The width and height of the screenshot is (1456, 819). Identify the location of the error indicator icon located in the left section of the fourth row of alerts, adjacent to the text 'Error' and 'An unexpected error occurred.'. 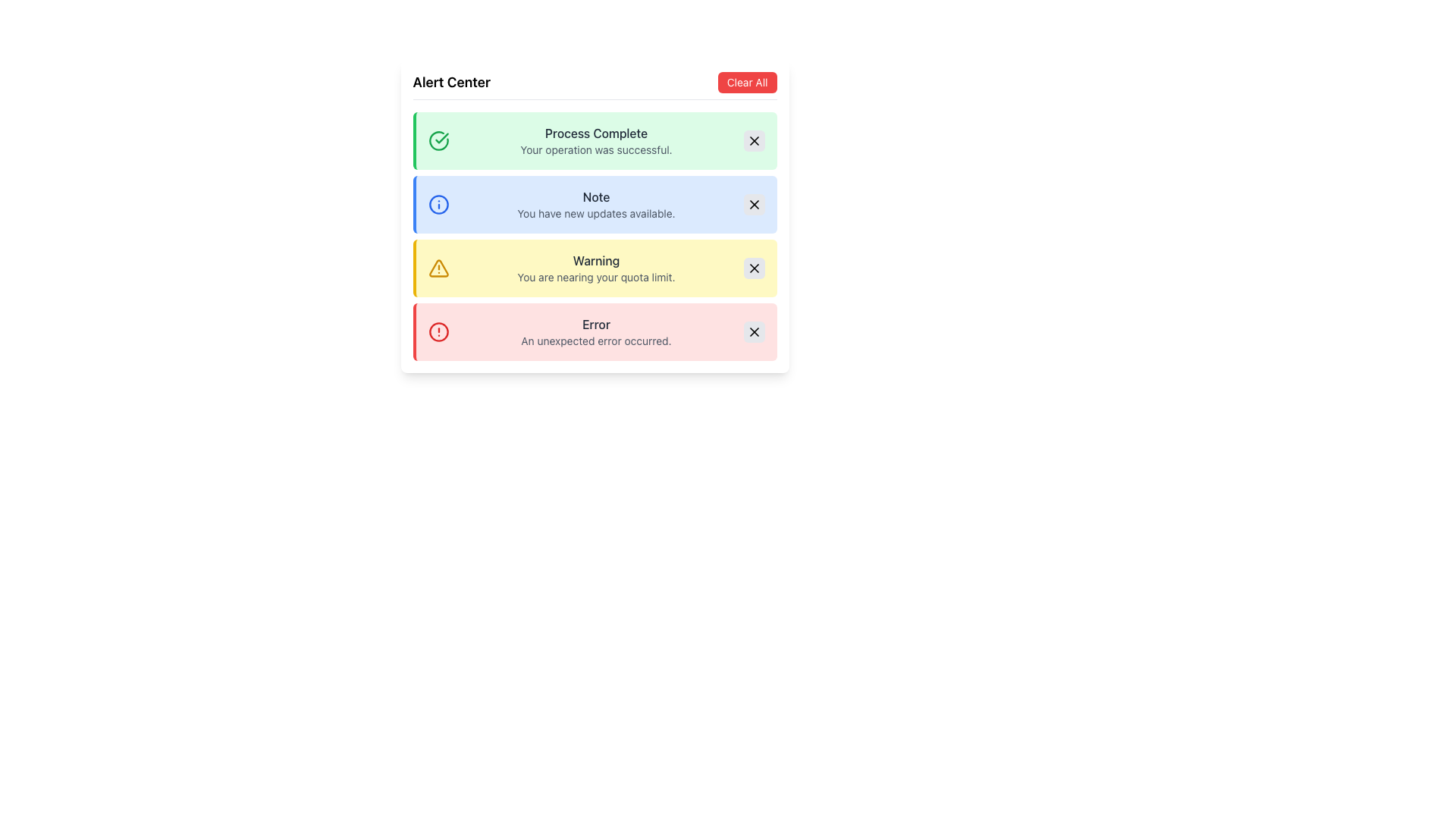
(438, 331).